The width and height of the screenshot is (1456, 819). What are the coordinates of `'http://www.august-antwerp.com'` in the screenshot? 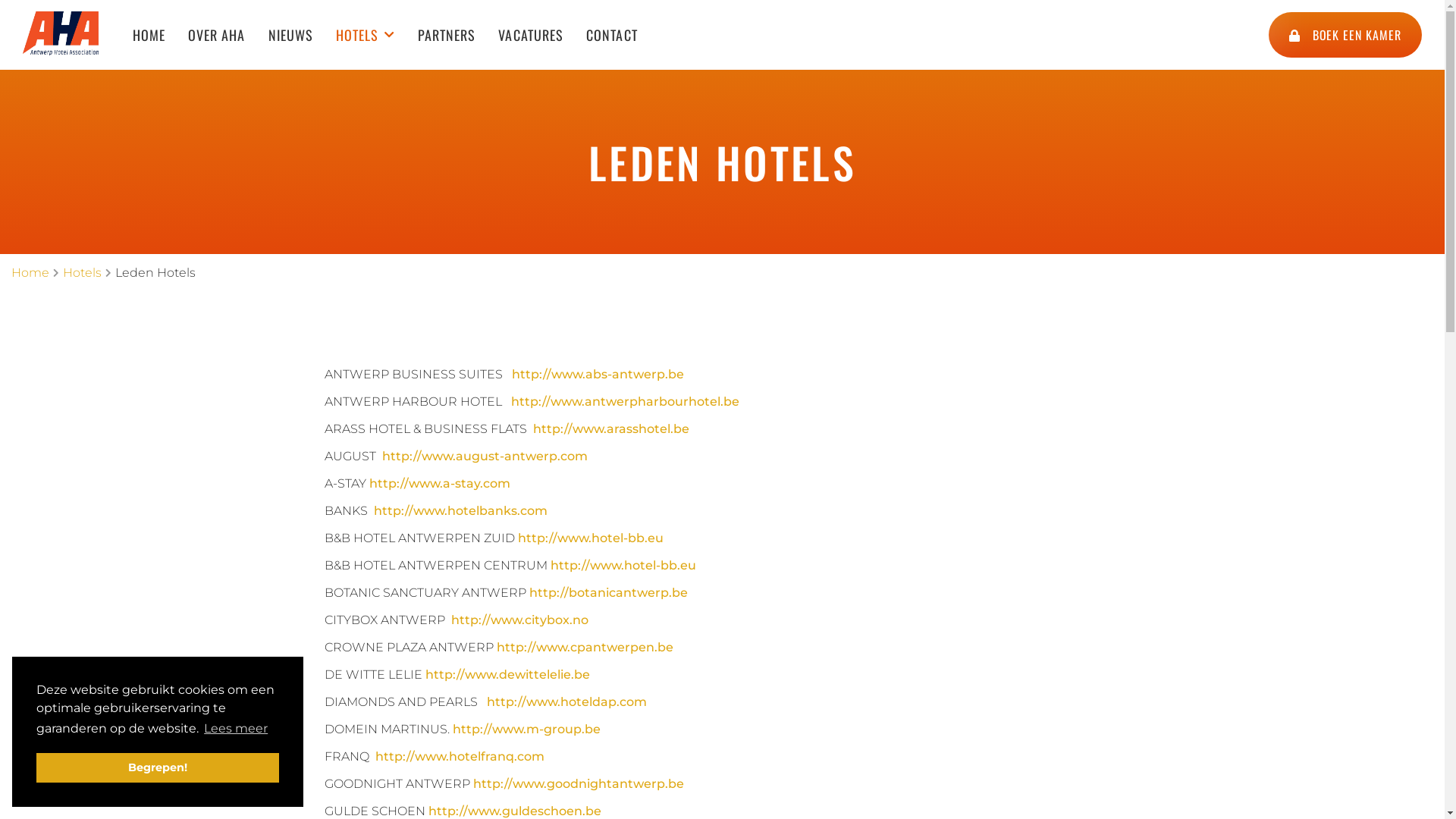 It's located at (484, 455).